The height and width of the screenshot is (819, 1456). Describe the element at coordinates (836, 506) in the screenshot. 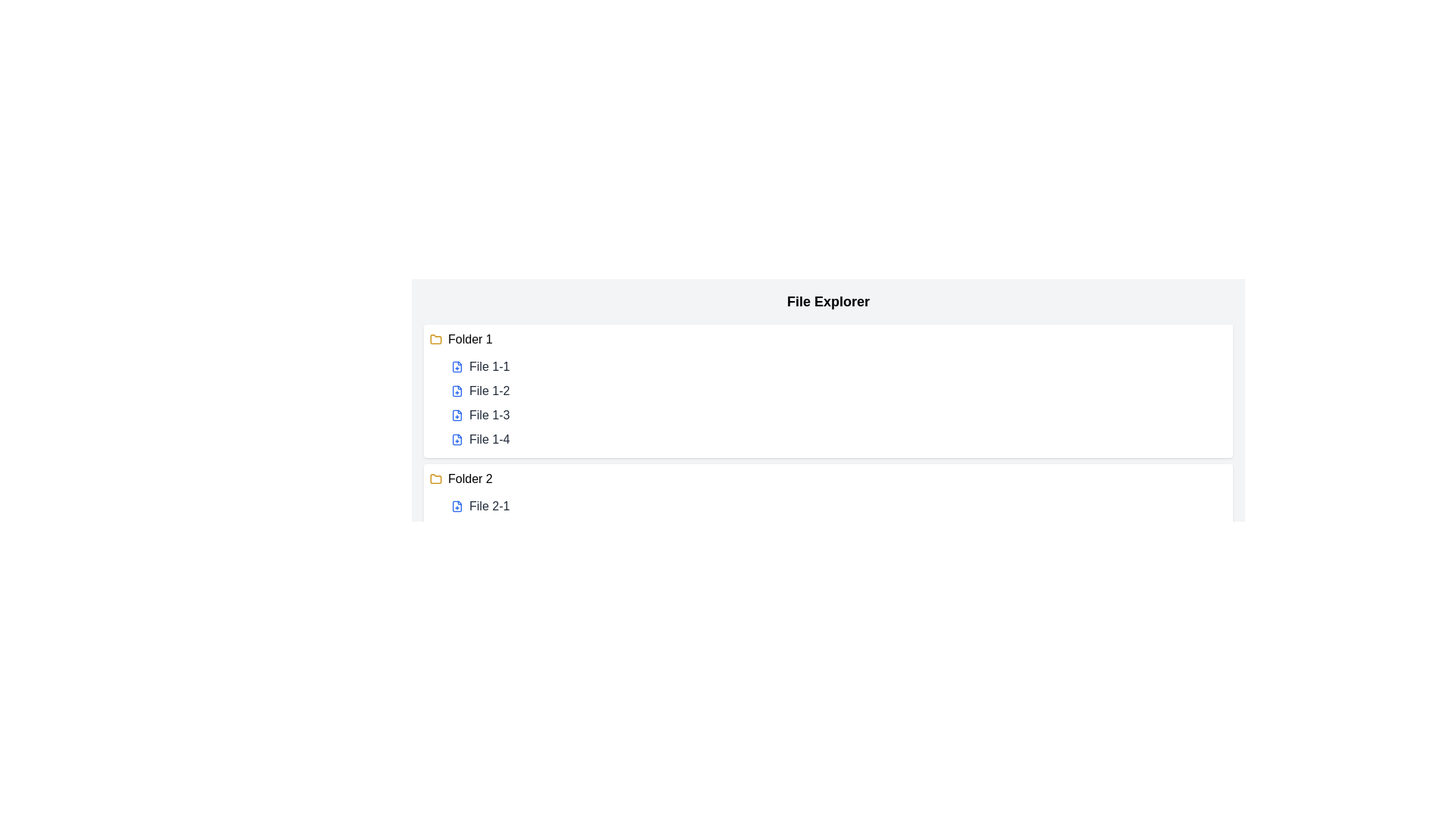

I see `to select the file labeled 'File 2-1', which is the first item under the 'Folder 2' section in the file explorer interface` at that location.